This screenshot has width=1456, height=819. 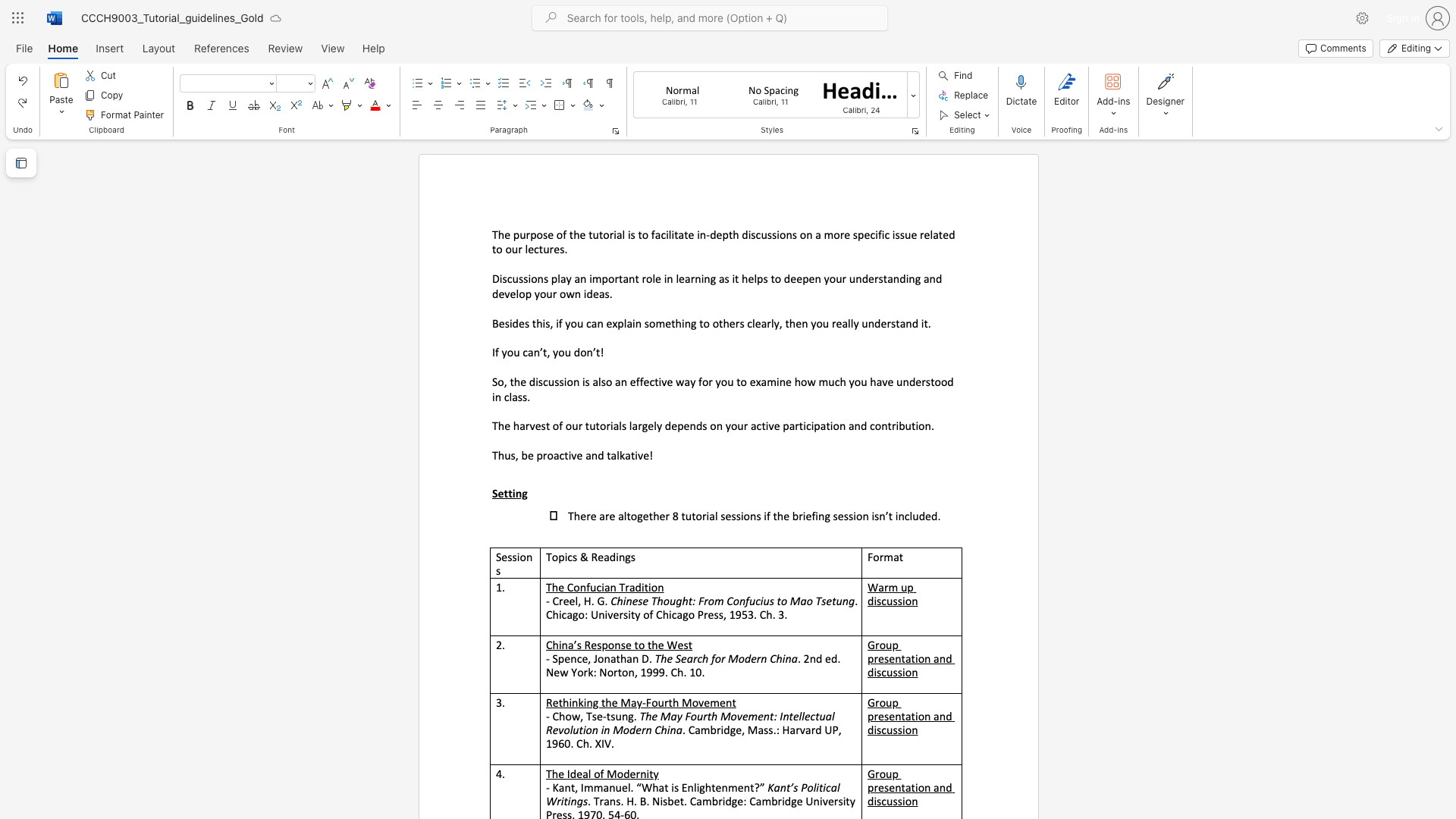 I want to click on the subset text "s Respons" within the text "China’s Response to the West", so click(x=576, y=645).